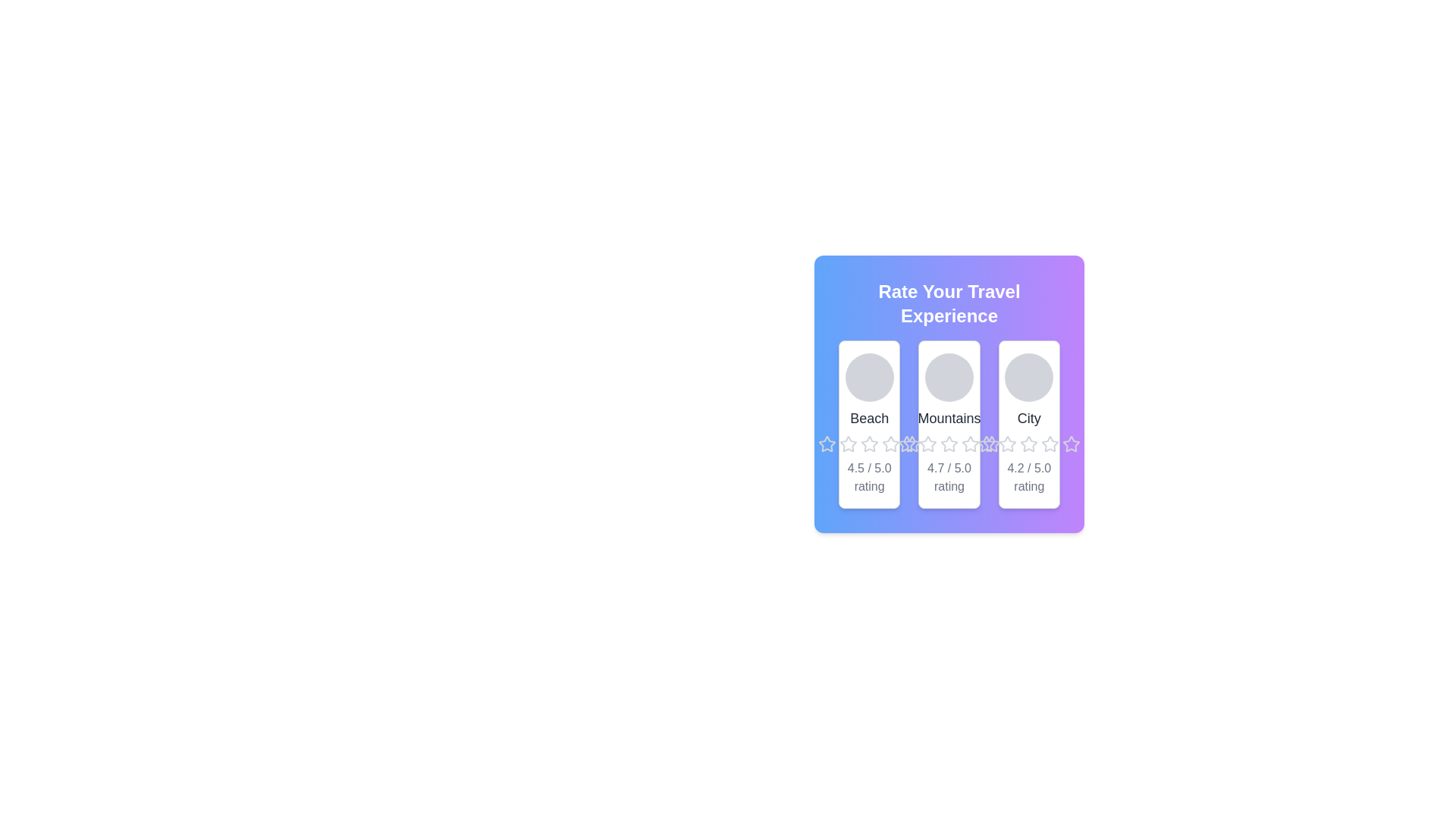 This screenshot has height=819, width=1456. I want to click on the second star-shaped icon from the left in the group of five under the 'Mountains' section of the feedback interface to rate it, so click(890, 444).